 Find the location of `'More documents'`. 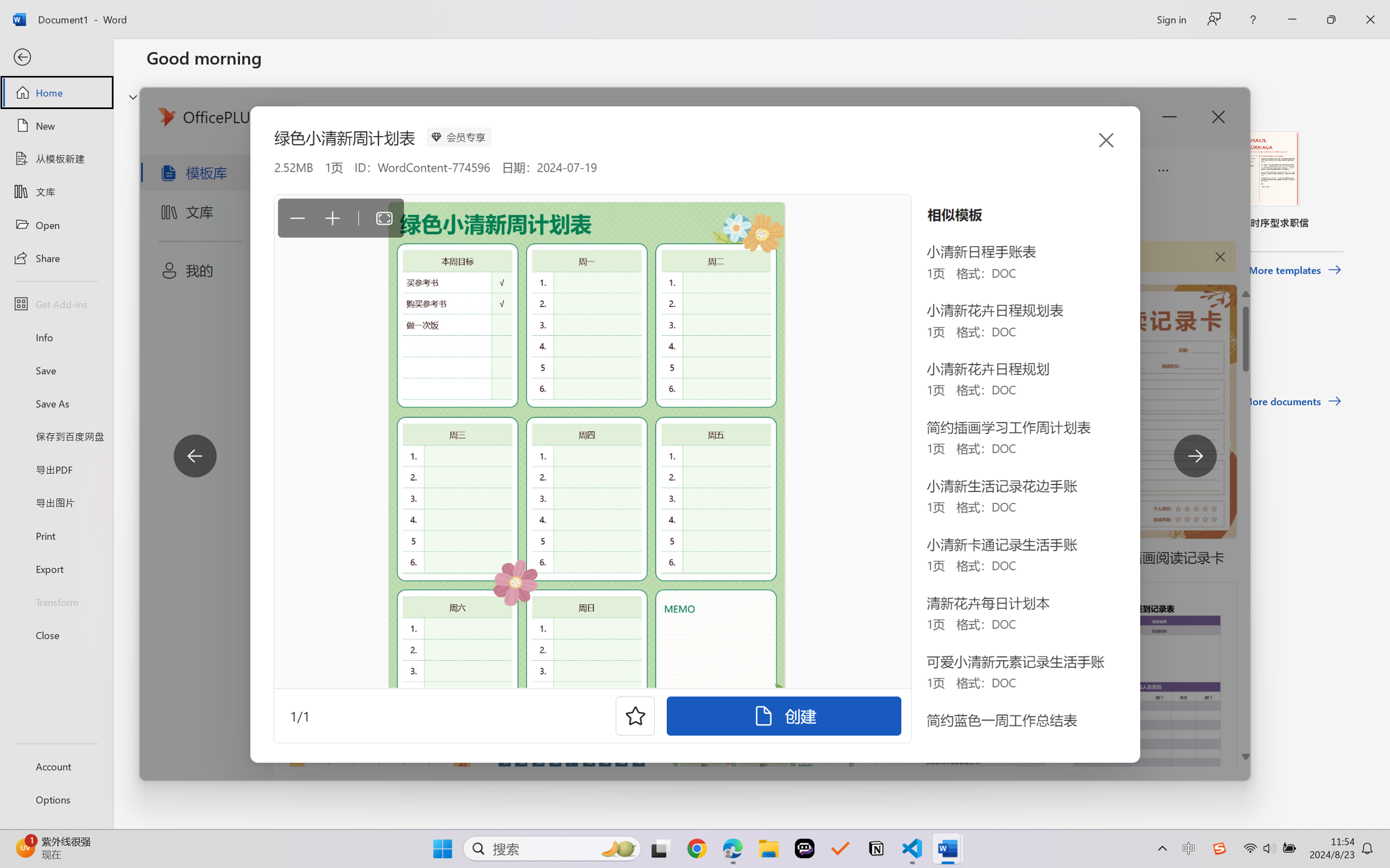

'More documents' is located at coordinates (1292, 401).